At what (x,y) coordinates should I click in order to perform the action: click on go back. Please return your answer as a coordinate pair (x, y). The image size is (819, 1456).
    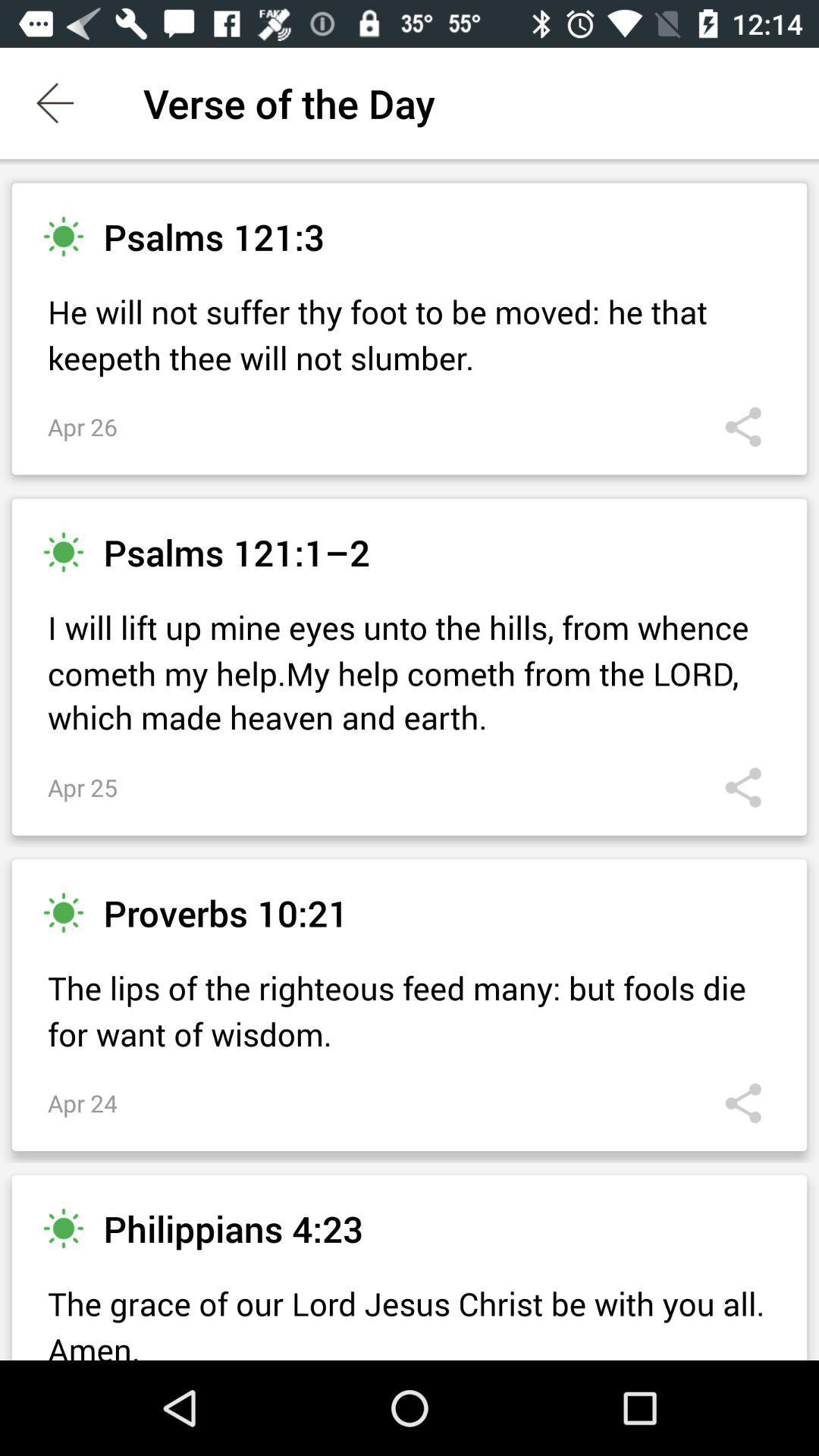
    Looking at the image, I should click on (55, 102).